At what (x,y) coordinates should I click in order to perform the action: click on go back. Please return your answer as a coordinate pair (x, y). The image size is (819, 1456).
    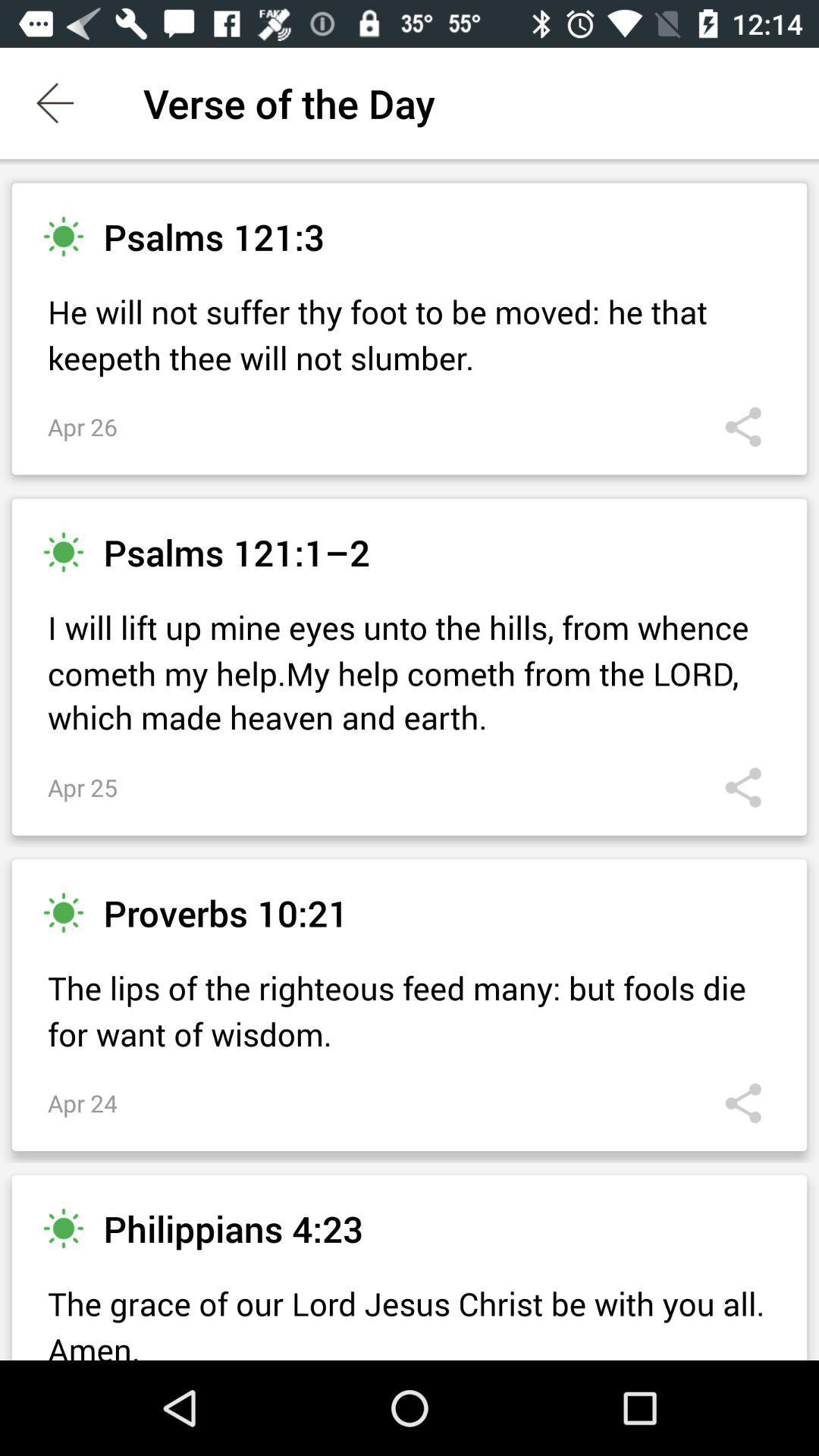
    Looking at the image, I should click on (55, 102).